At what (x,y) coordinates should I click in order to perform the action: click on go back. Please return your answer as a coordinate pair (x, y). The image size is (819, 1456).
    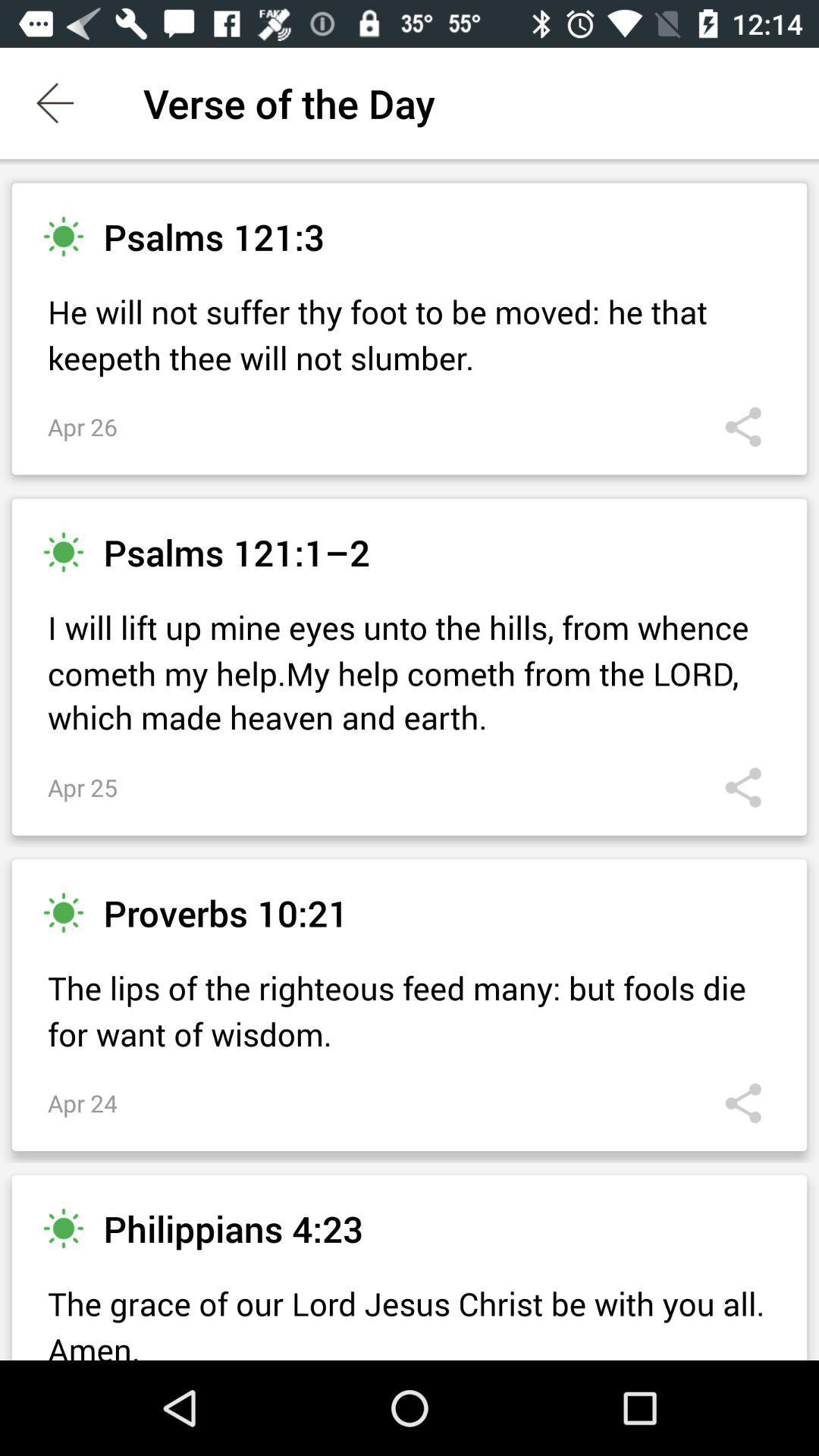
    Looking at the image, I should click on (55, 102).